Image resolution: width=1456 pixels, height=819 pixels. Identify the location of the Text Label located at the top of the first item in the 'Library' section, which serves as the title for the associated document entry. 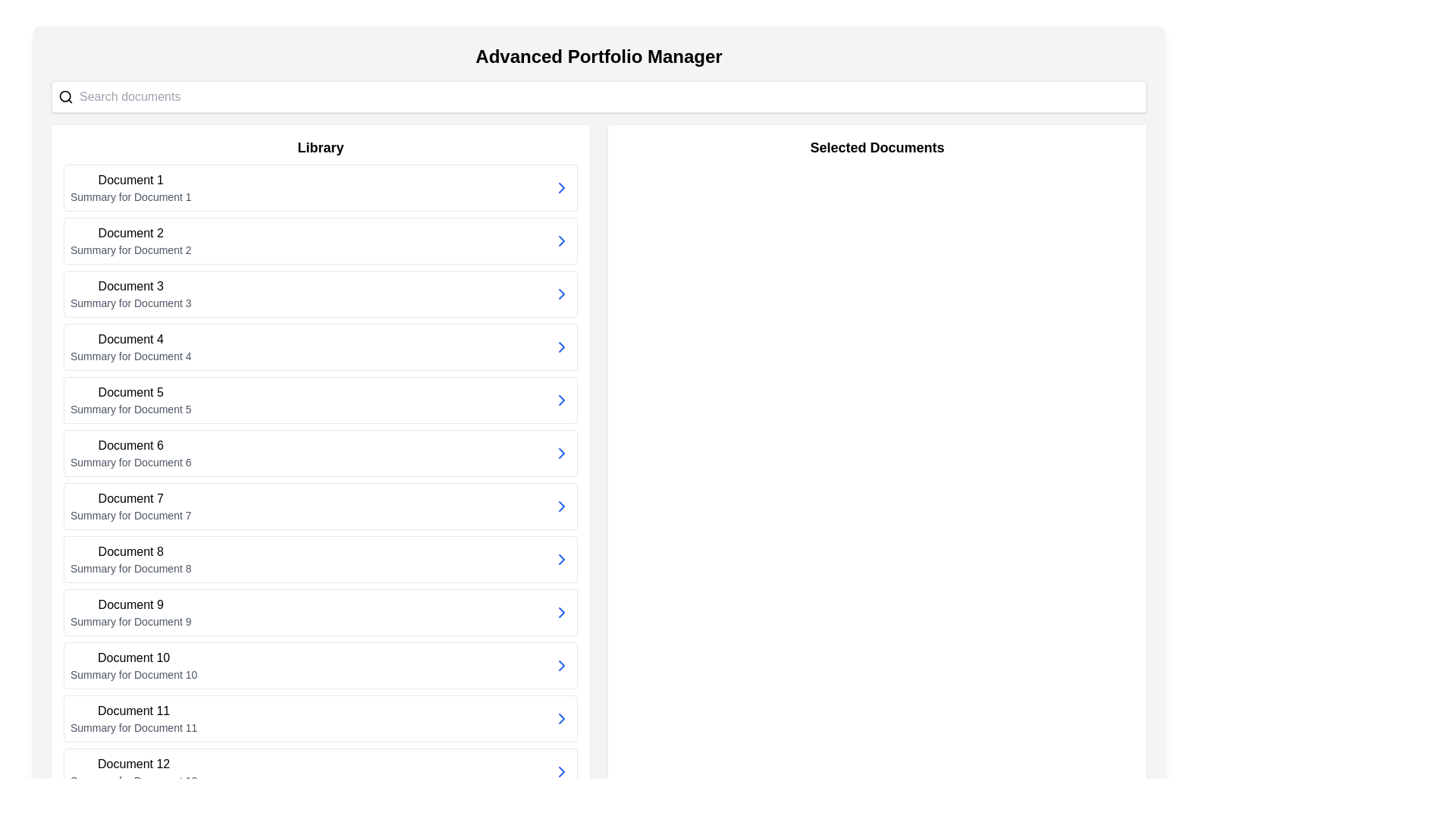
(130, 180).